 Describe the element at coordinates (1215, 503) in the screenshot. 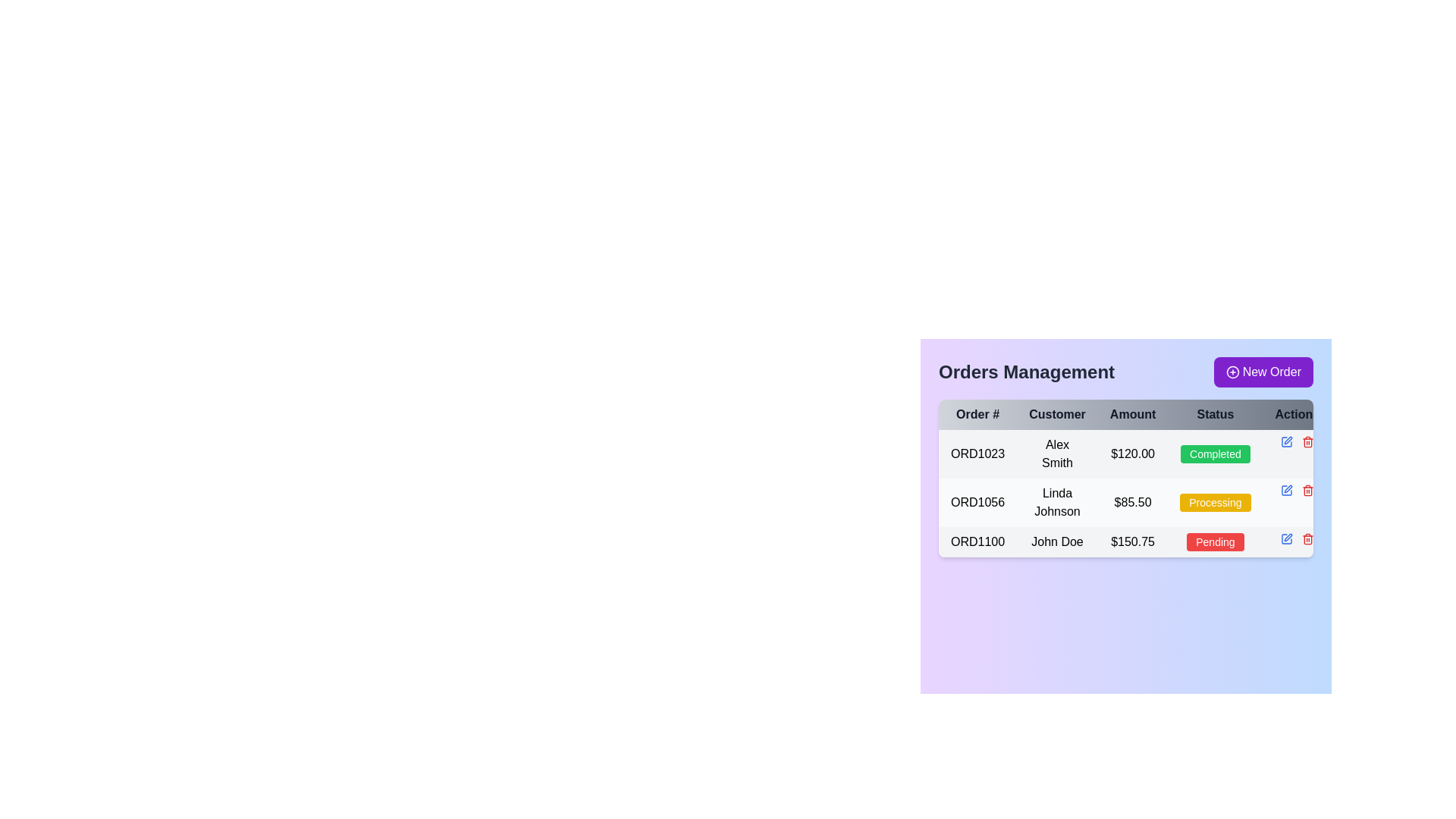

I see `the processing status label in the 'Status' column of the data table, which indicates the order status for order number 'ORD1056' in the second row` at that location.